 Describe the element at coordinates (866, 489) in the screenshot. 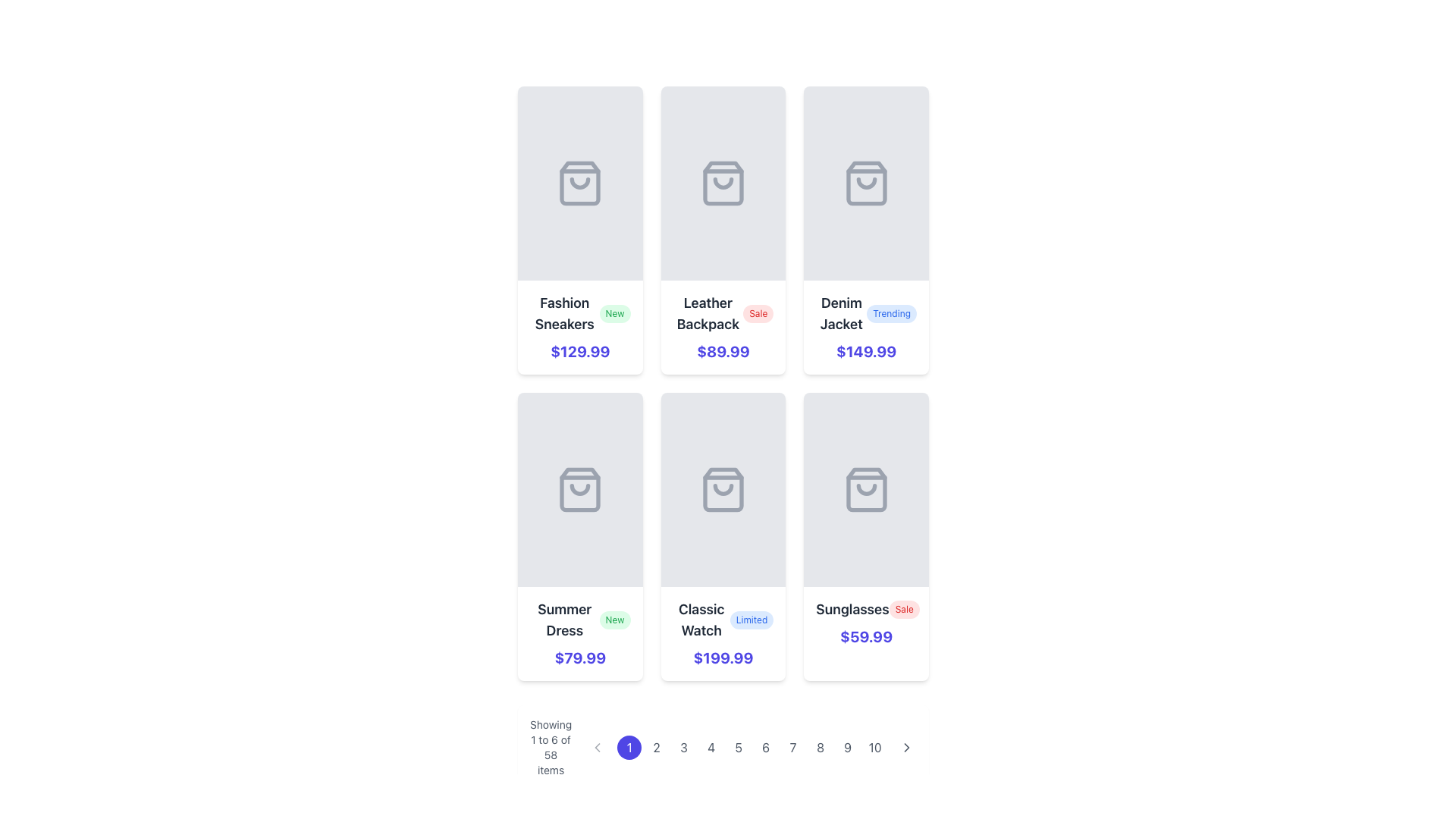

I see `the shopping bag icon located at the top of the 'Sunglasses' card, which is the sixth card in the grid layout` at that location.